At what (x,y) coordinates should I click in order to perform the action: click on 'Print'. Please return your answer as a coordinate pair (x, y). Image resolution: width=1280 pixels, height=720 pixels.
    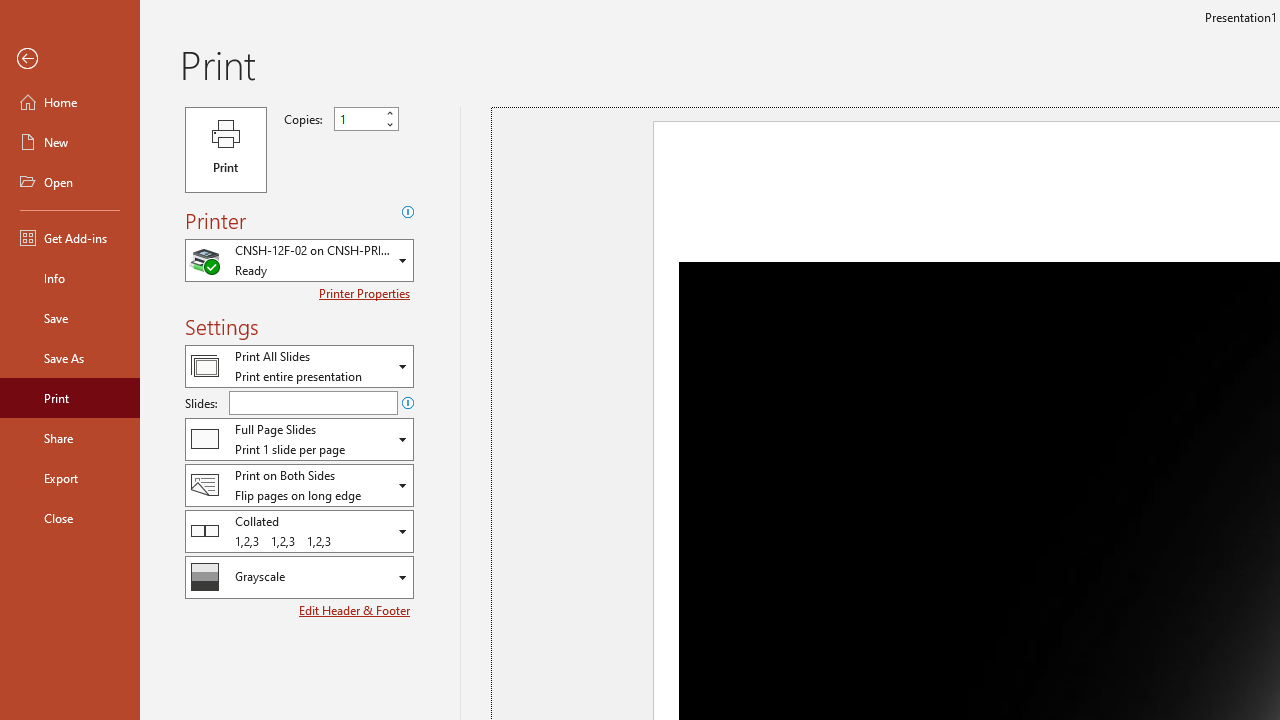
    Looking at the image, I should click on (69, 398).